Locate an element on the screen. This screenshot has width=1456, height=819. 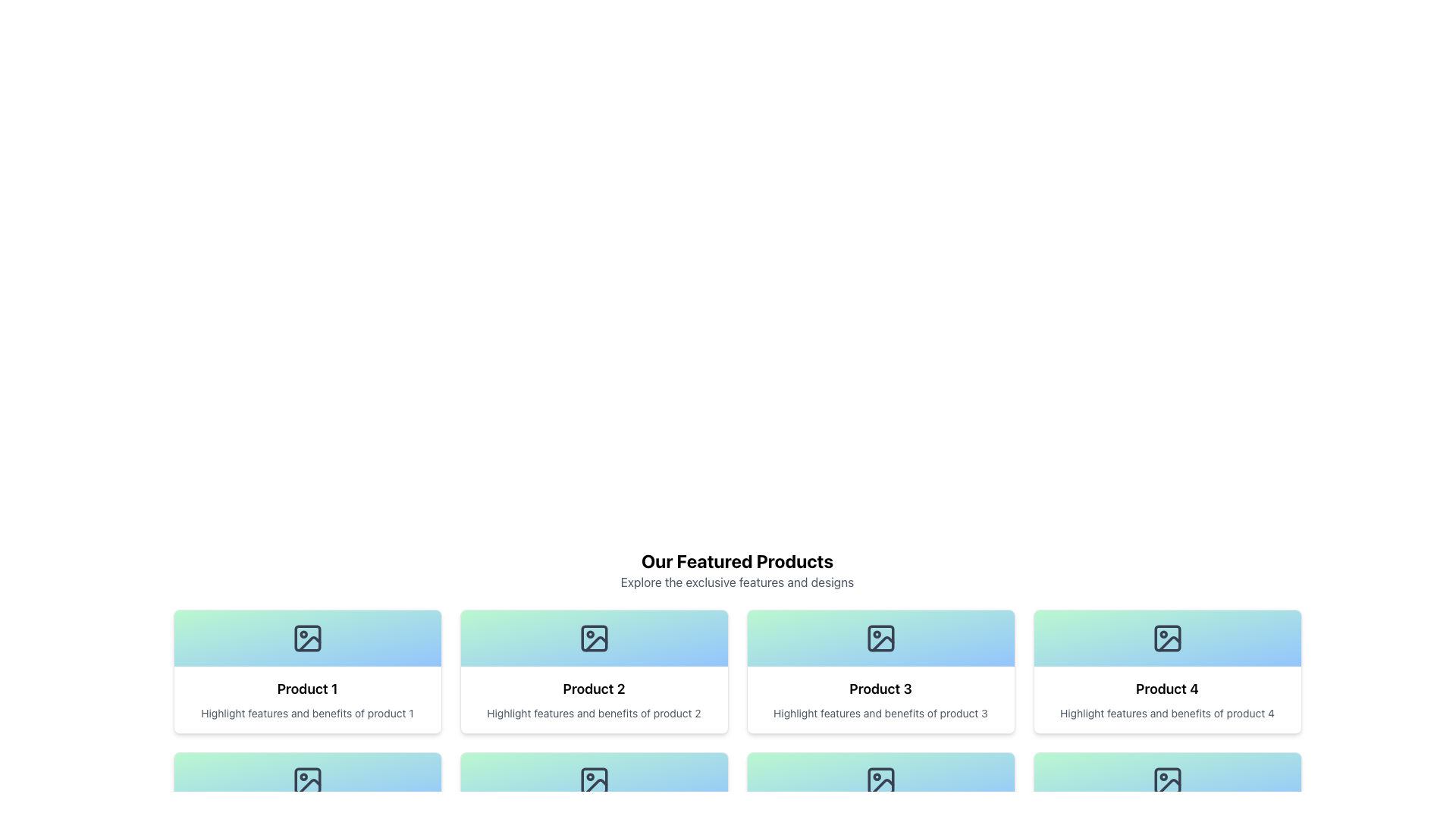
the icon or image placeholder representing the product in the top-left corner of the card labeled 'Product 1' is located at coordinates (306, 638).